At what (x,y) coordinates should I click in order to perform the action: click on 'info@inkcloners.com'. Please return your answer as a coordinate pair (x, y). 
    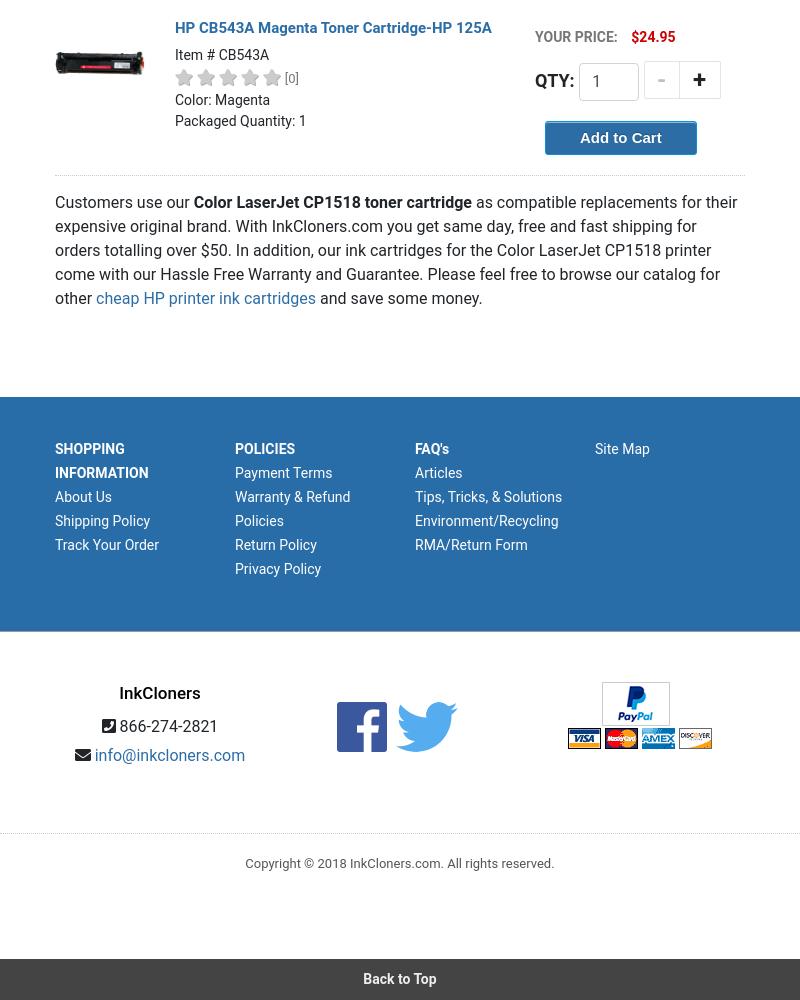
    Looking at the image, I should click on (168, 755).